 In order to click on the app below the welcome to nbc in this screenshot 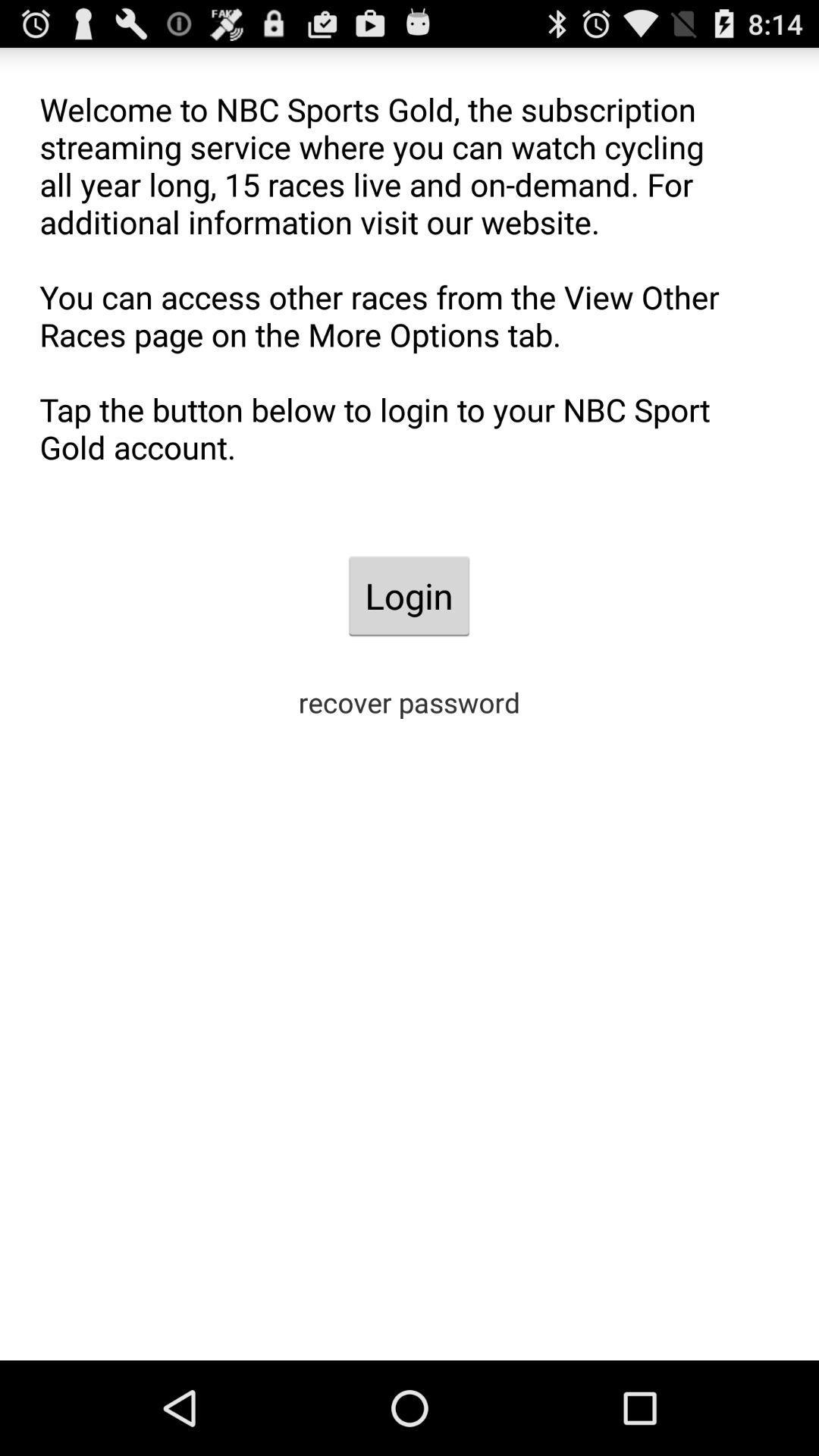, I will do `click(408, 595)`.